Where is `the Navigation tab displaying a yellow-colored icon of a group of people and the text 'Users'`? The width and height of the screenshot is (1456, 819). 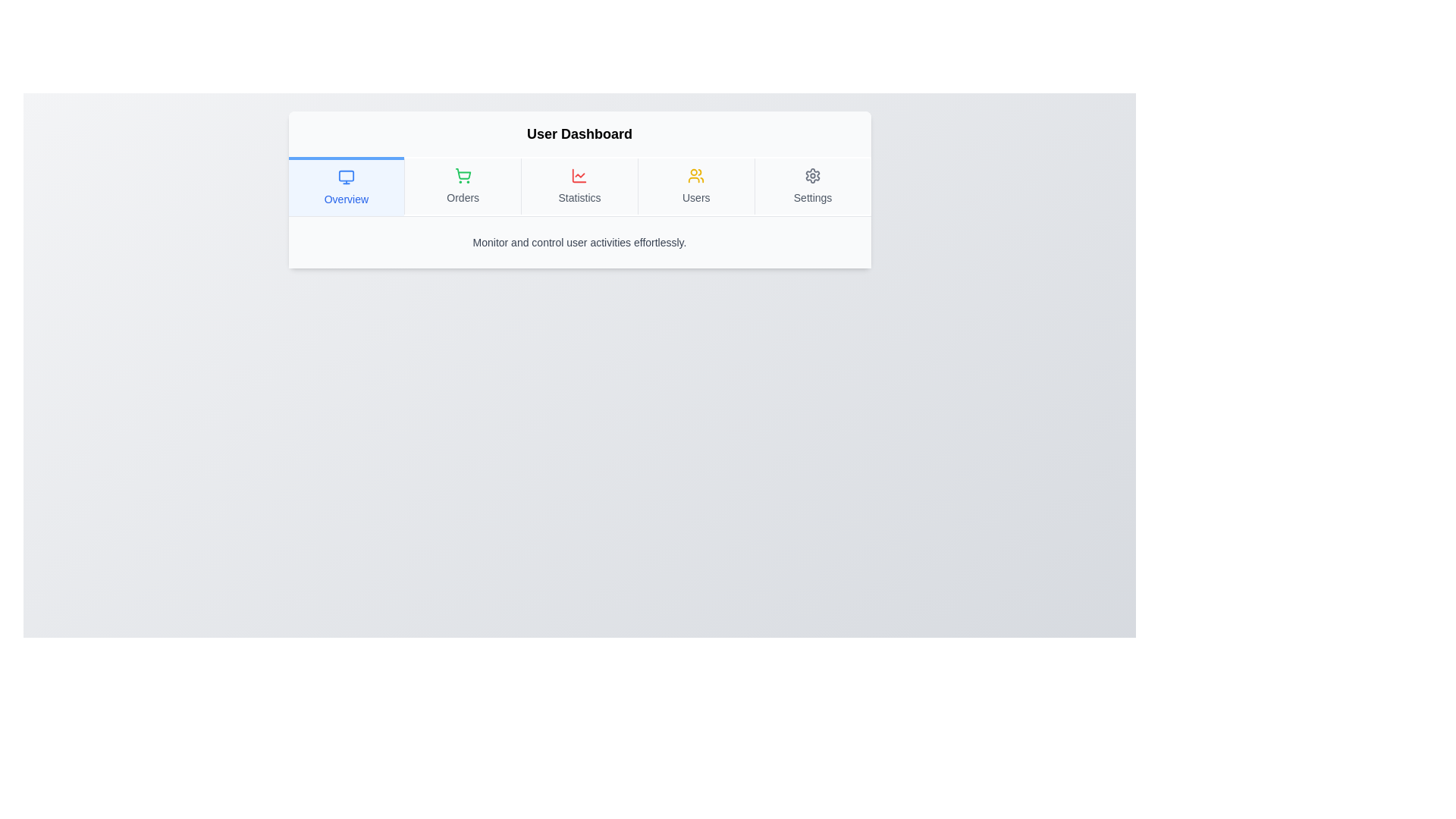
the Navigation tab displaying a yellow-colored icon of a group of people and the text 'Users' is located at coordinates (695, 186).